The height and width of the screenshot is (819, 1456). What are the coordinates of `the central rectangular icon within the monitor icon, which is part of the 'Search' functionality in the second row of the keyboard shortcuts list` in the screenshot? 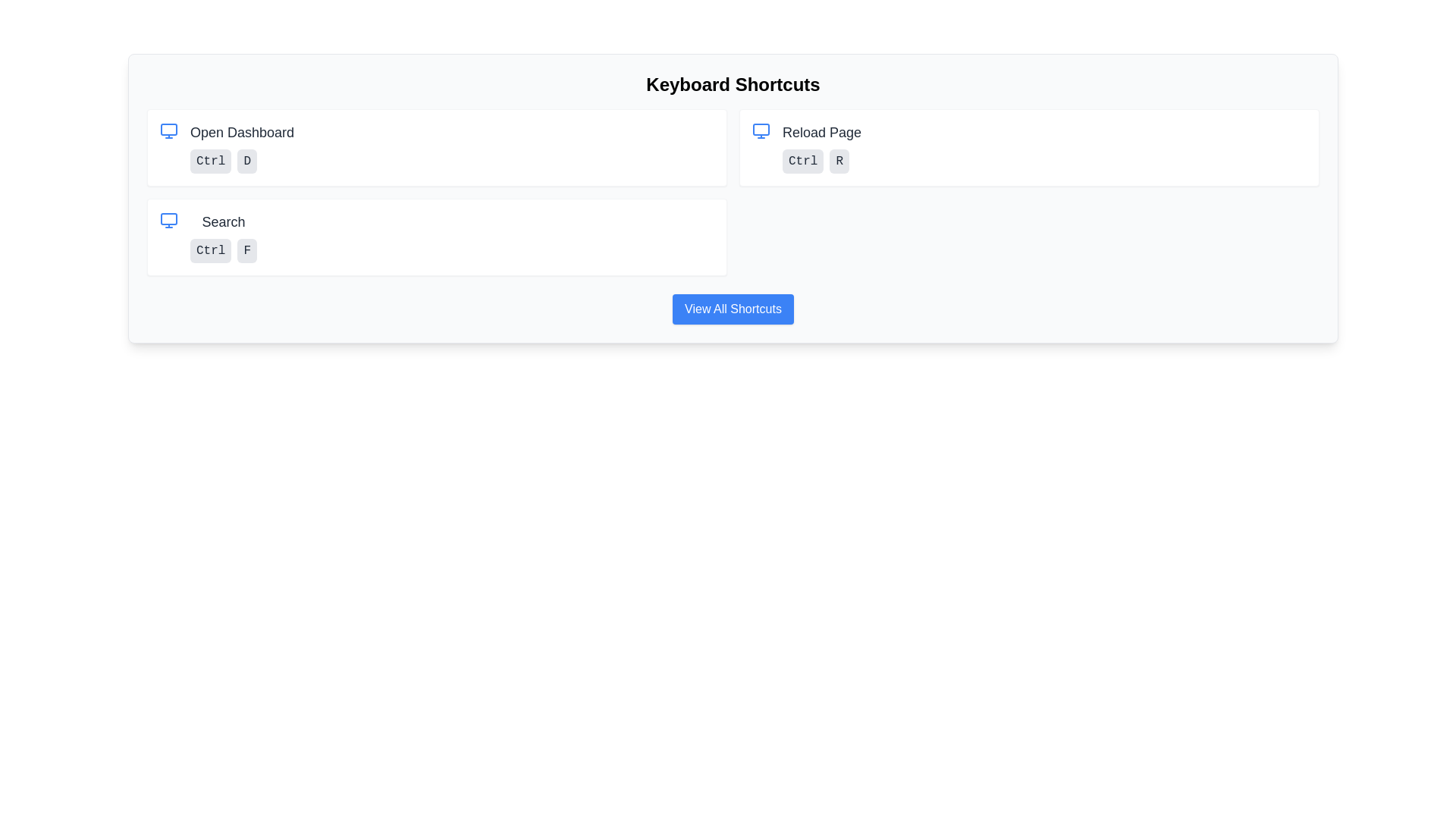 It's located at (168, 219).